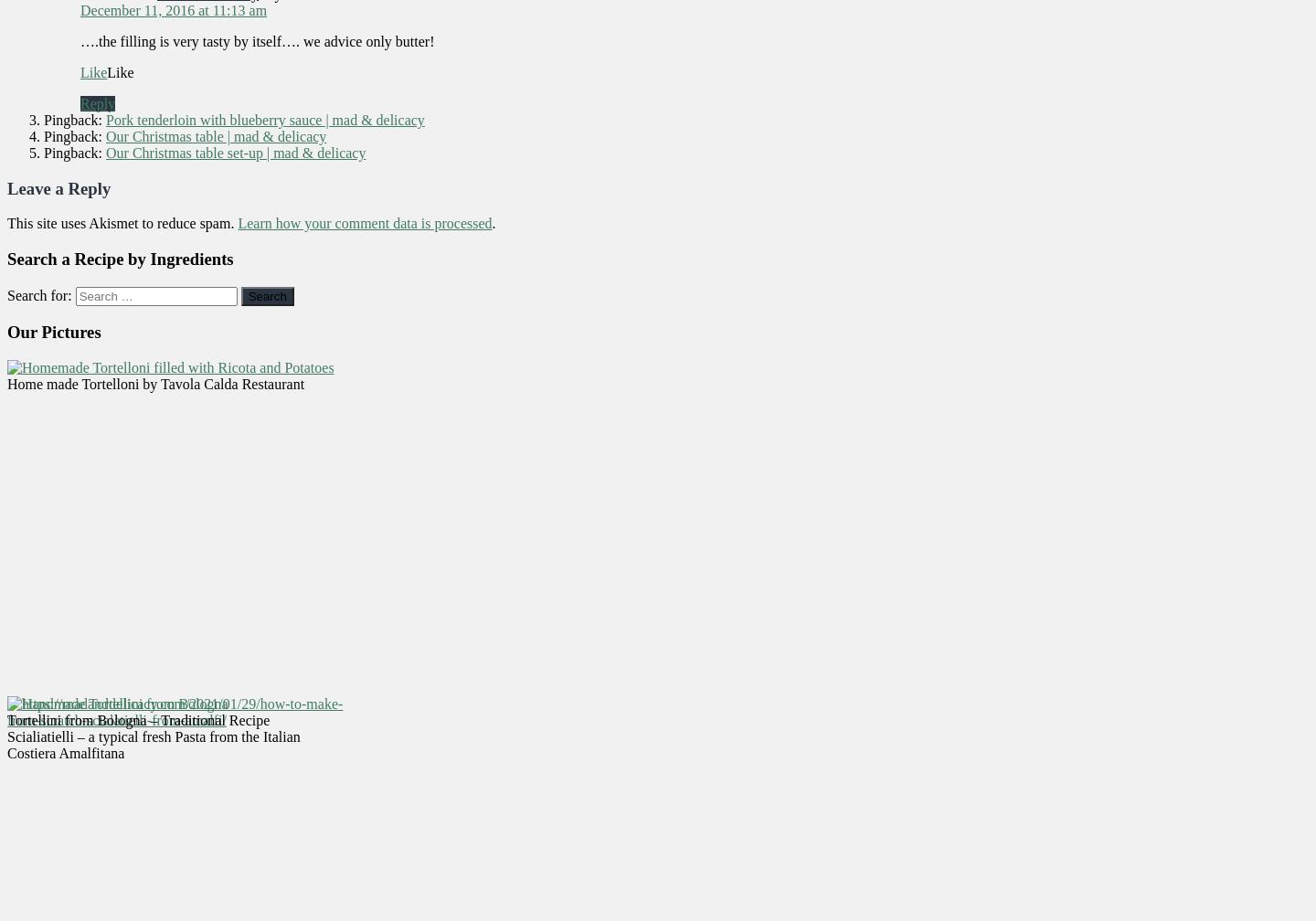  What do you see at coordinates (137, 720) in the screenshot?
I see `'Tortellini from Bologna – Traditional Recipe'` at bounding box center [137, 720].